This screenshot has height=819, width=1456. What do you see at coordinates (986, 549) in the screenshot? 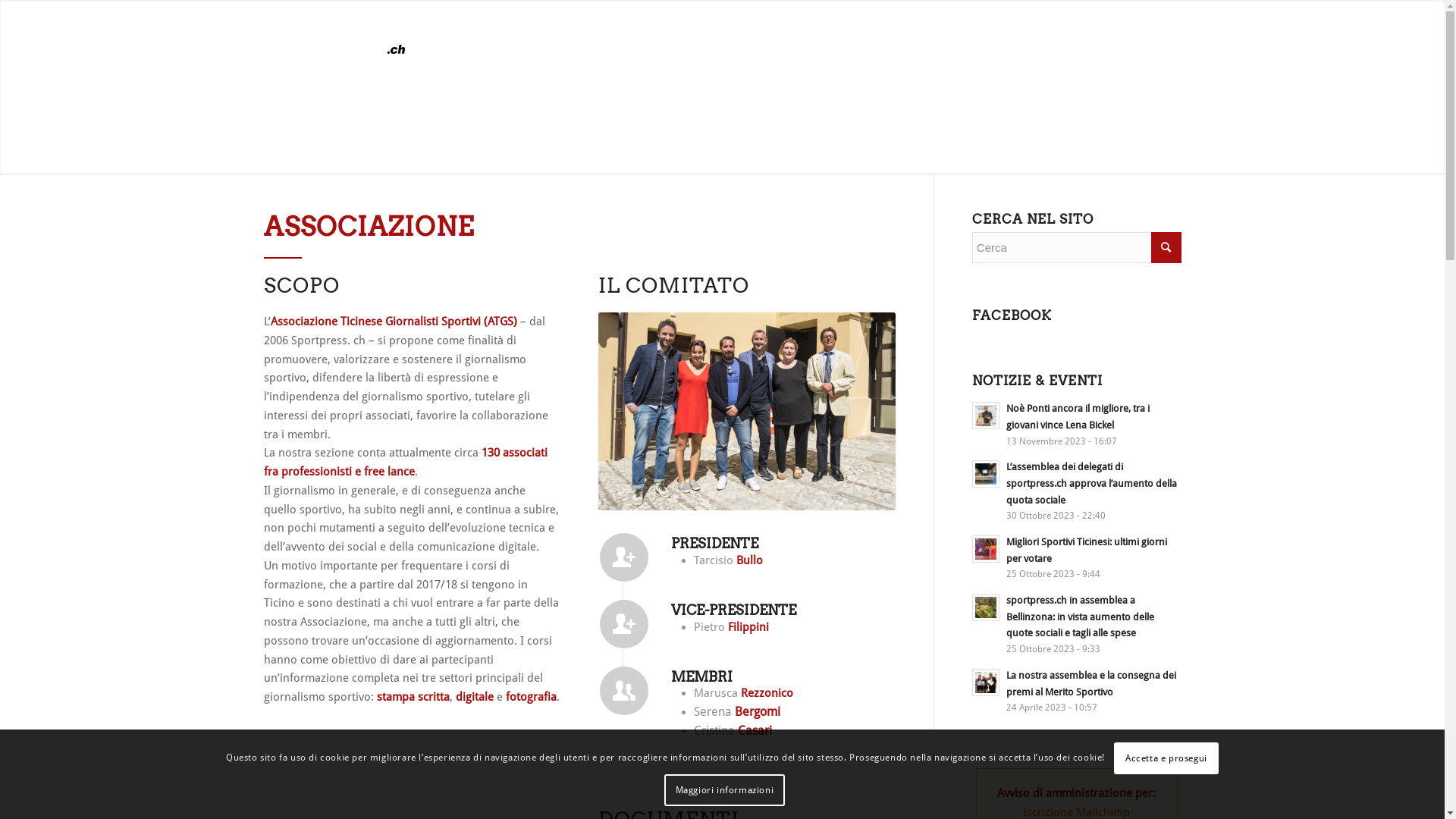
I see `'Leggi: Migliori Sportivi Ticinesi: ultimi giorni per votare'` at bounding box center [986, 549].